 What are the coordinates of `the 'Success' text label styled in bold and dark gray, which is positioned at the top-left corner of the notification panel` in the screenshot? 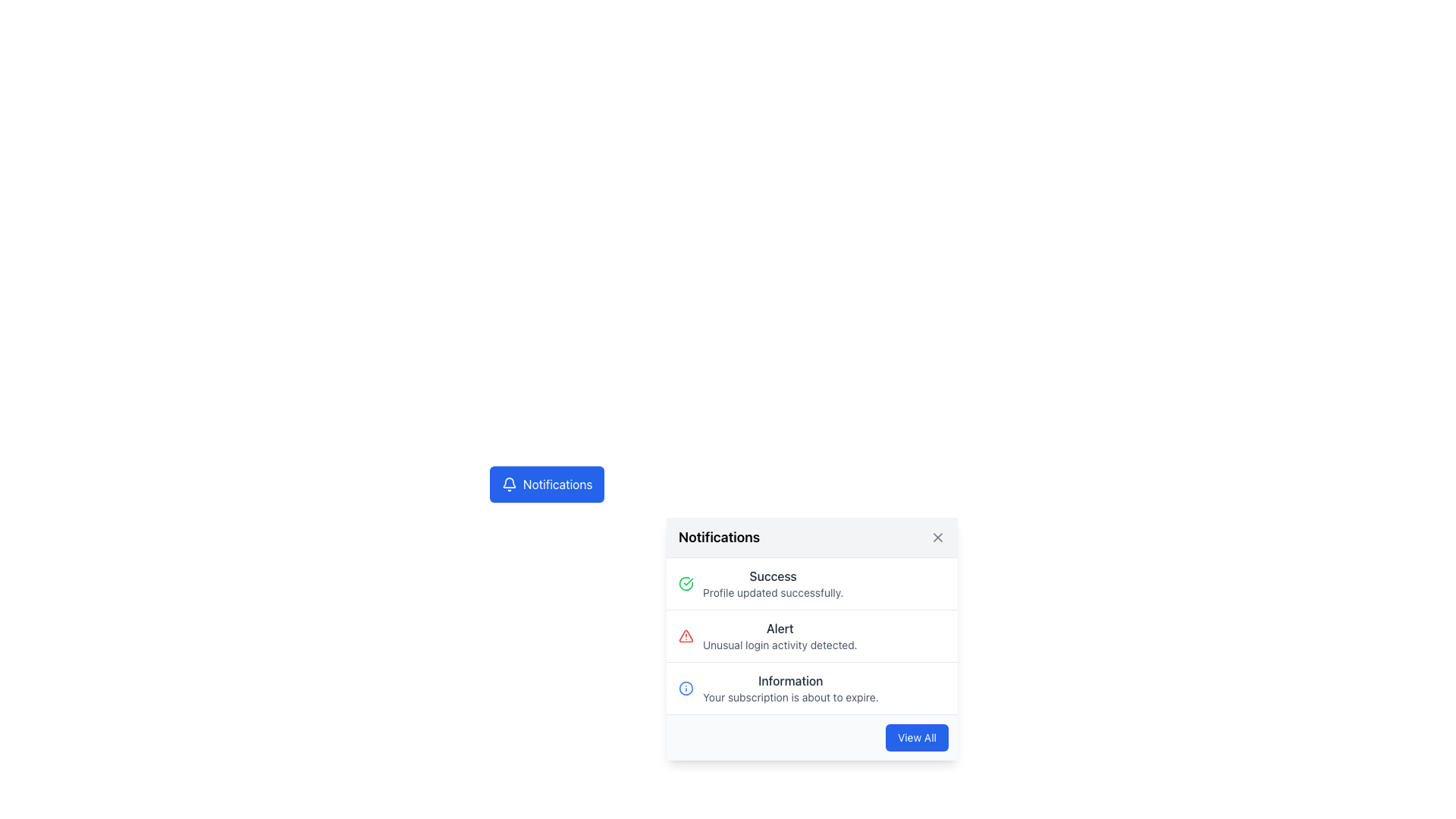 It's located at (773, 576).